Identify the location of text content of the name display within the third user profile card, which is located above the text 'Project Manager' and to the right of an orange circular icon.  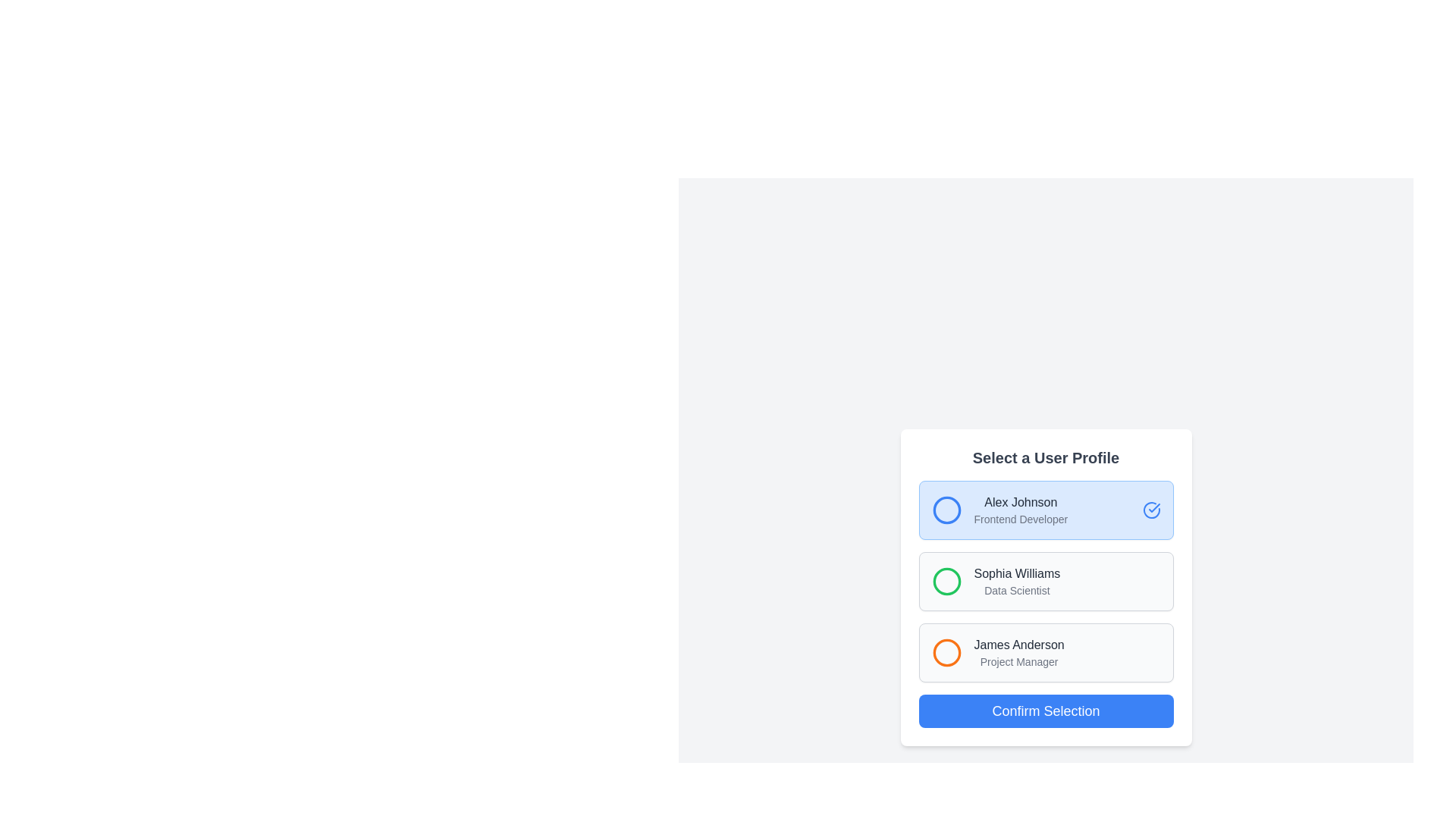
(1019, 645).